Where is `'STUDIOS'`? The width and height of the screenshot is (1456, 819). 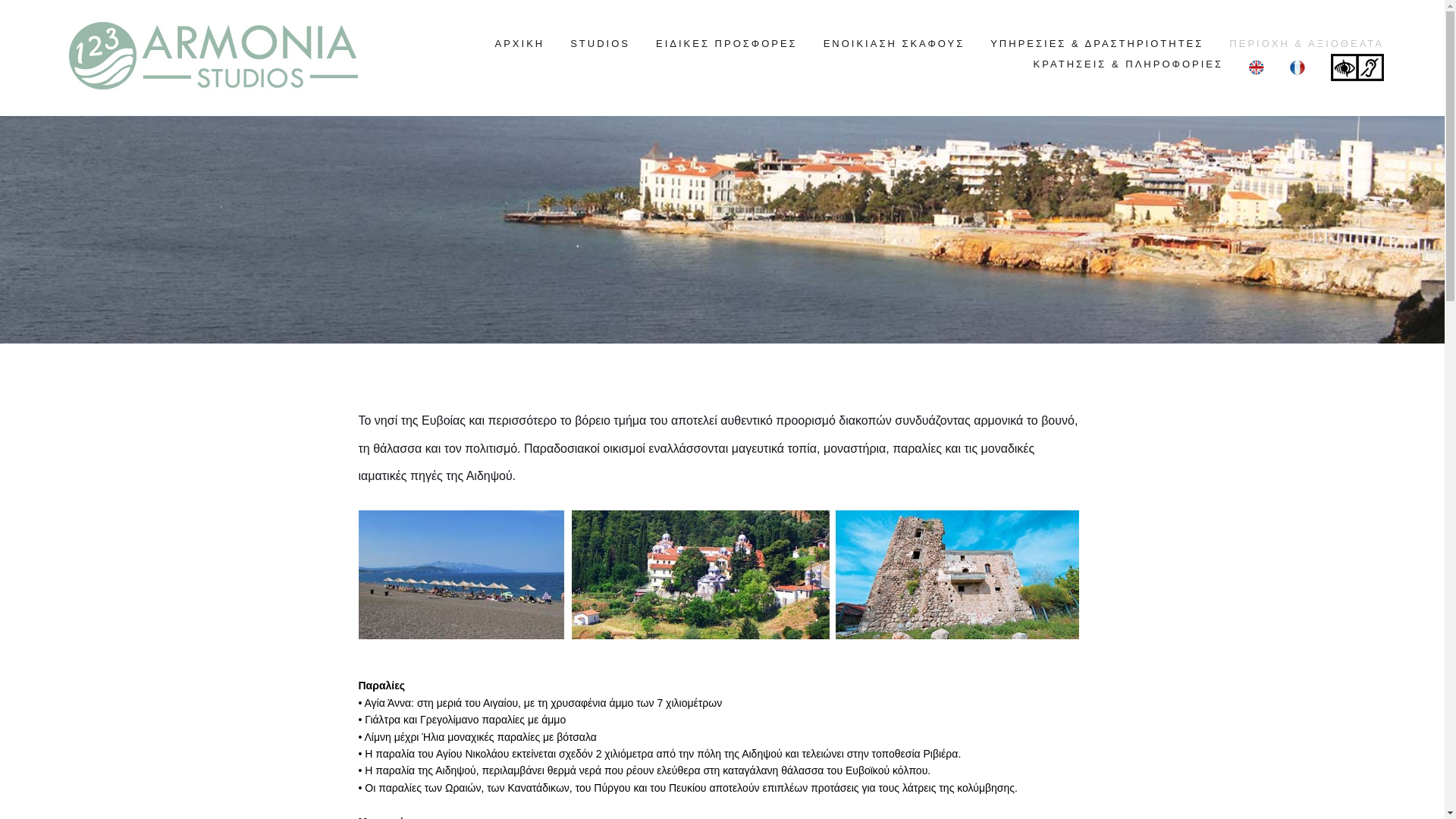
'STUDIOS' is located at coordinates (599, 42).